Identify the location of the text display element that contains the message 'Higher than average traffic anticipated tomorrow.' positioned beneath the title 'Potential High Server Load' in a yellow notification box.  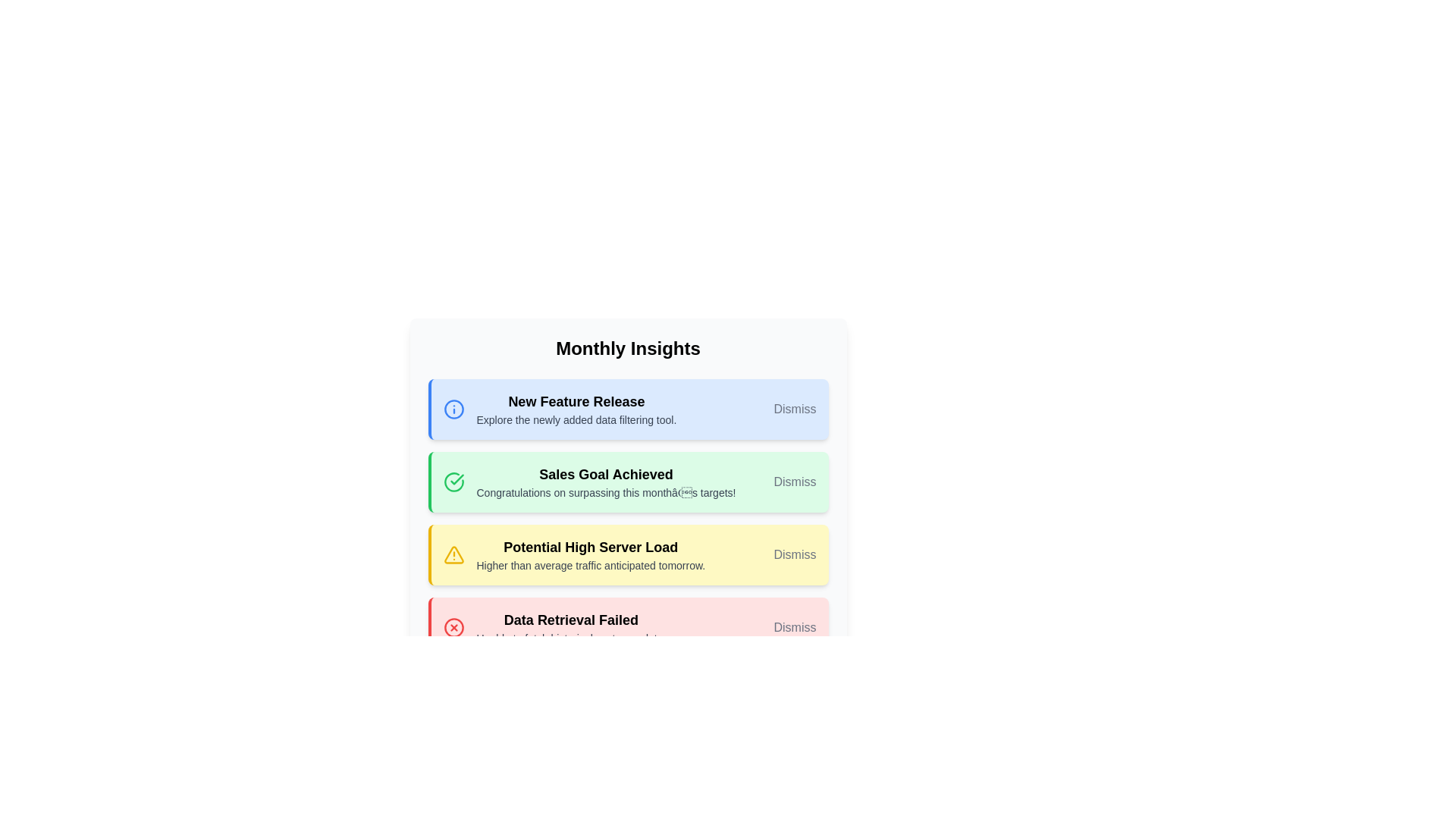
(590, 565).